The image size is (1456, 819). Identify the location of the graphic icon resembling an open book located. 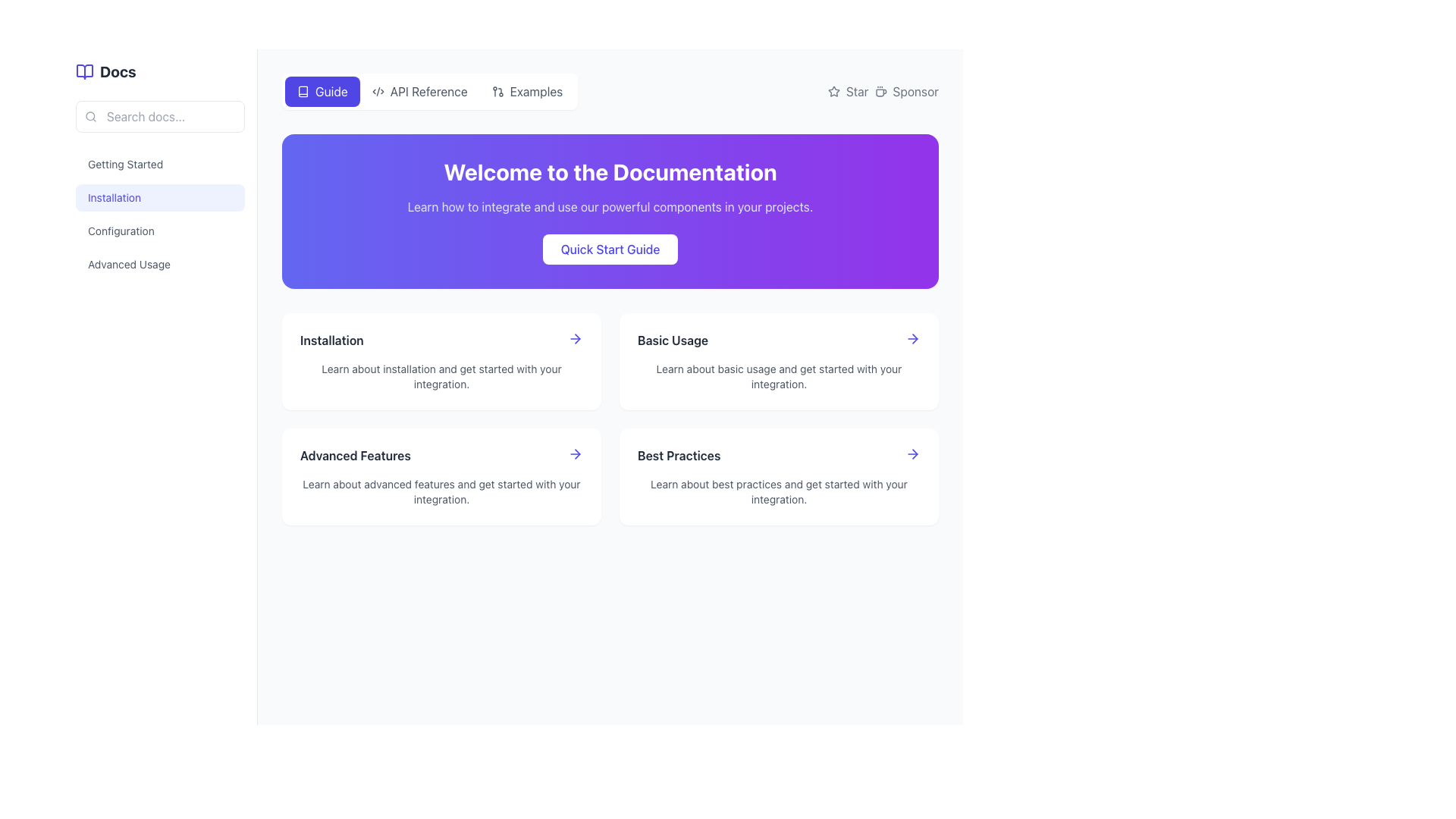
(303, 91).